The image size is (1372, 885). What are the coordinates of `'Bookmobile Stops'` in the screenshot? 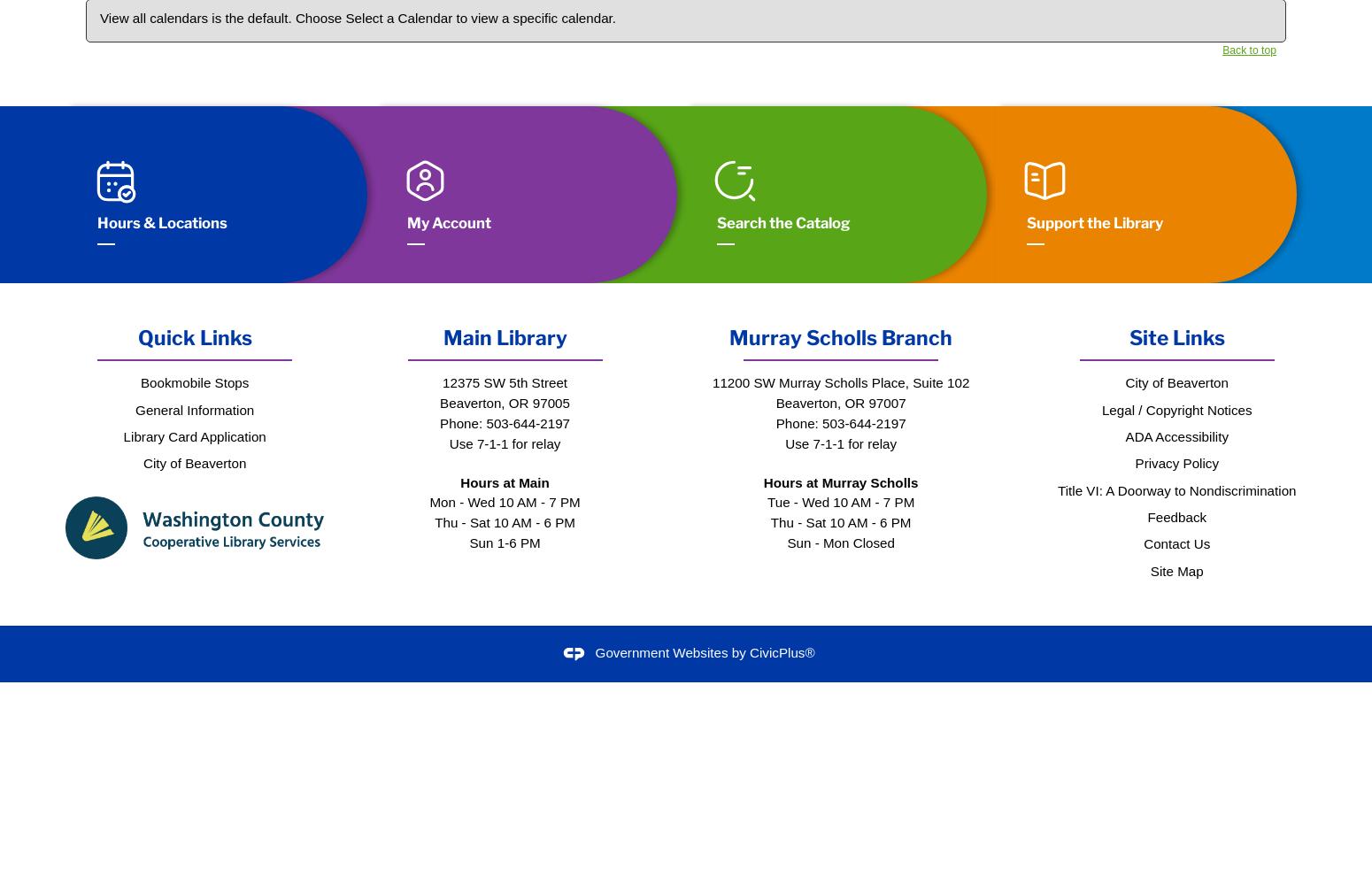 It's located at (193, 382).